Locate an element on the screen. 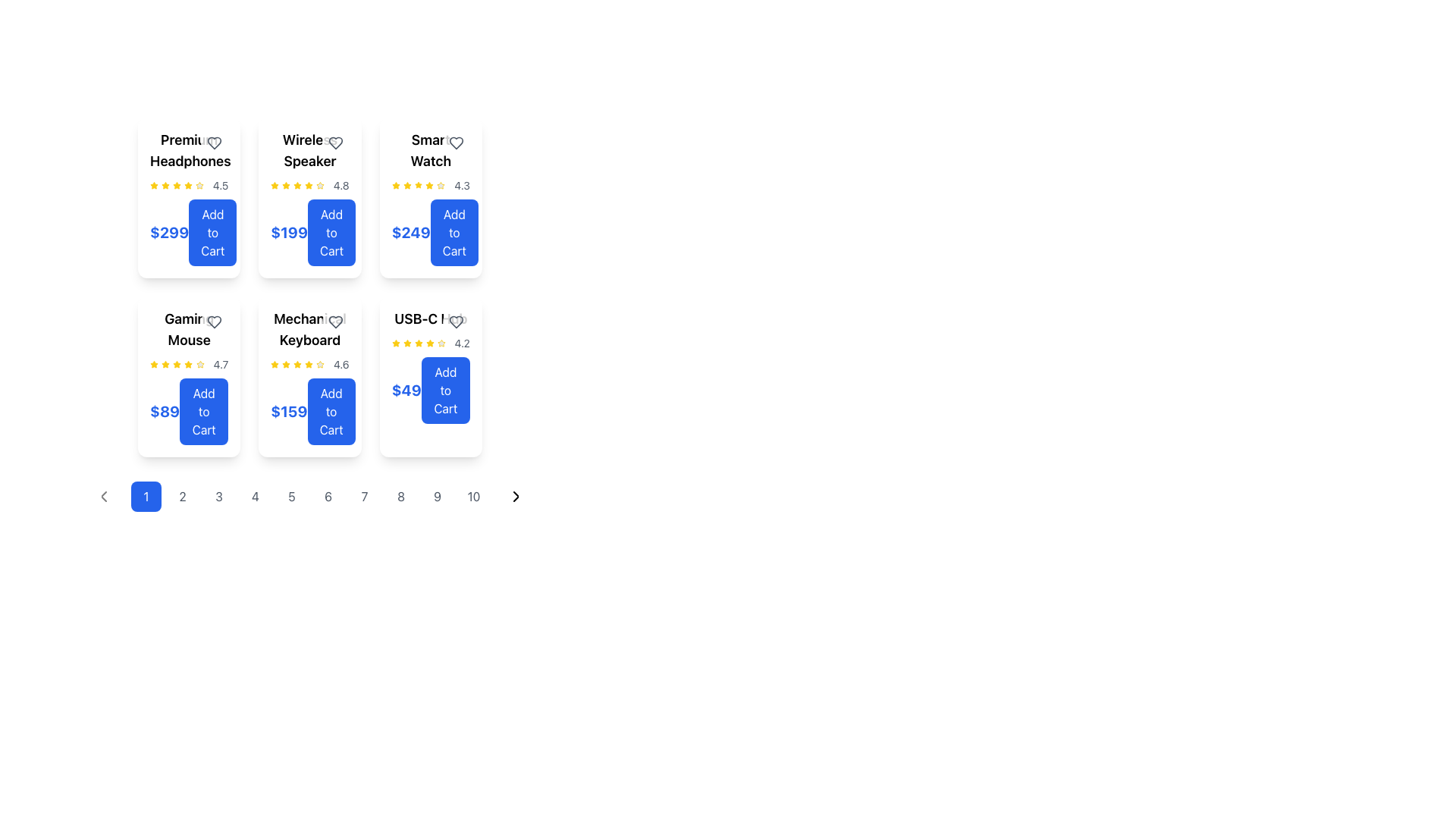 Image resolution: width=1456 pixels, height=819 pixels. the highlighted star icon in the rating section of the card labeled 'USB-C H' is located at coordinates (429, 343).